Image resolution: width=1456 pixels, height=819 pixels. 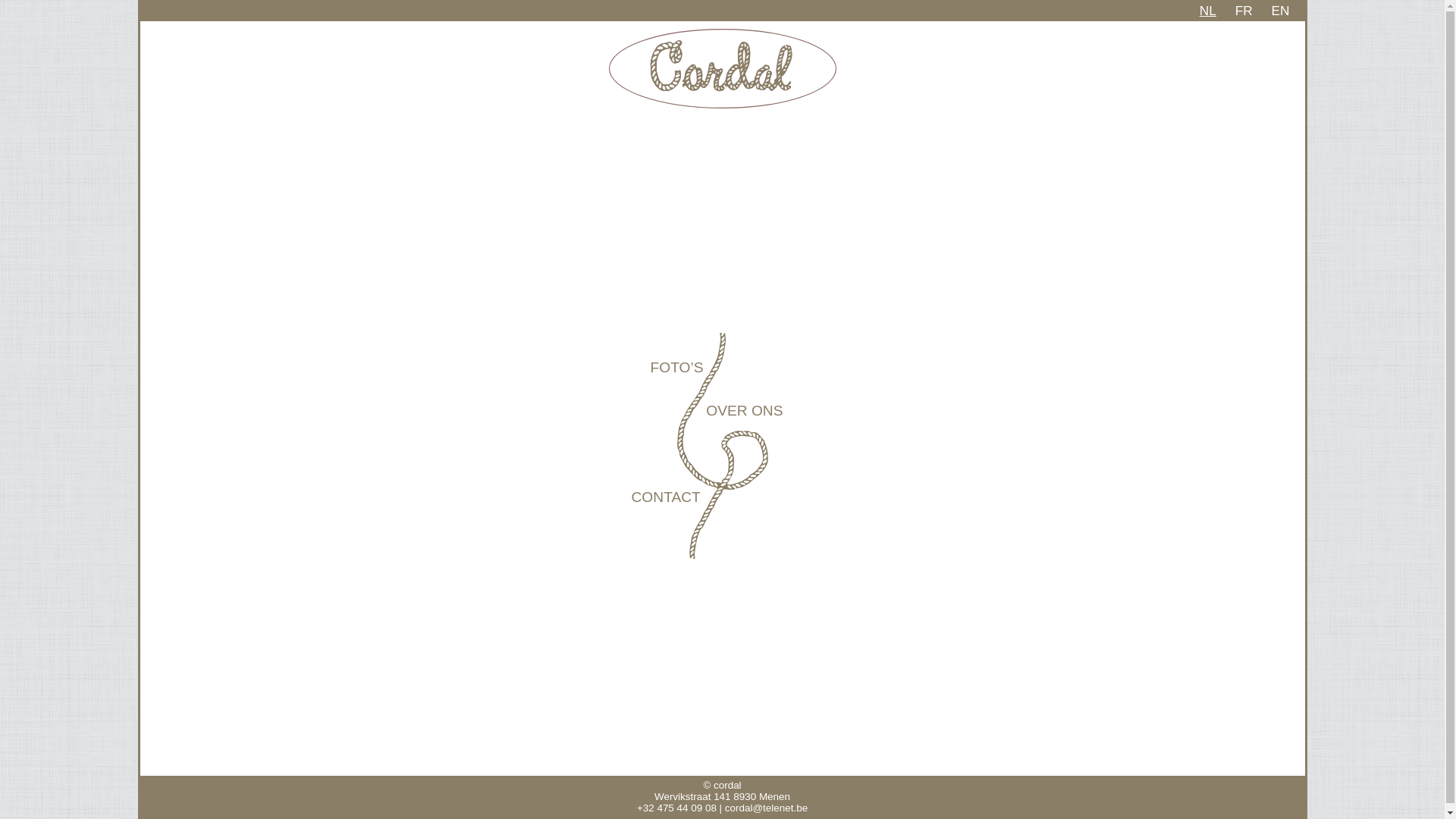 What do you see at coordinates (766, 807) in the screenshot?
I see `'cordal@telenet.be'` at bounding box center [766, 807].